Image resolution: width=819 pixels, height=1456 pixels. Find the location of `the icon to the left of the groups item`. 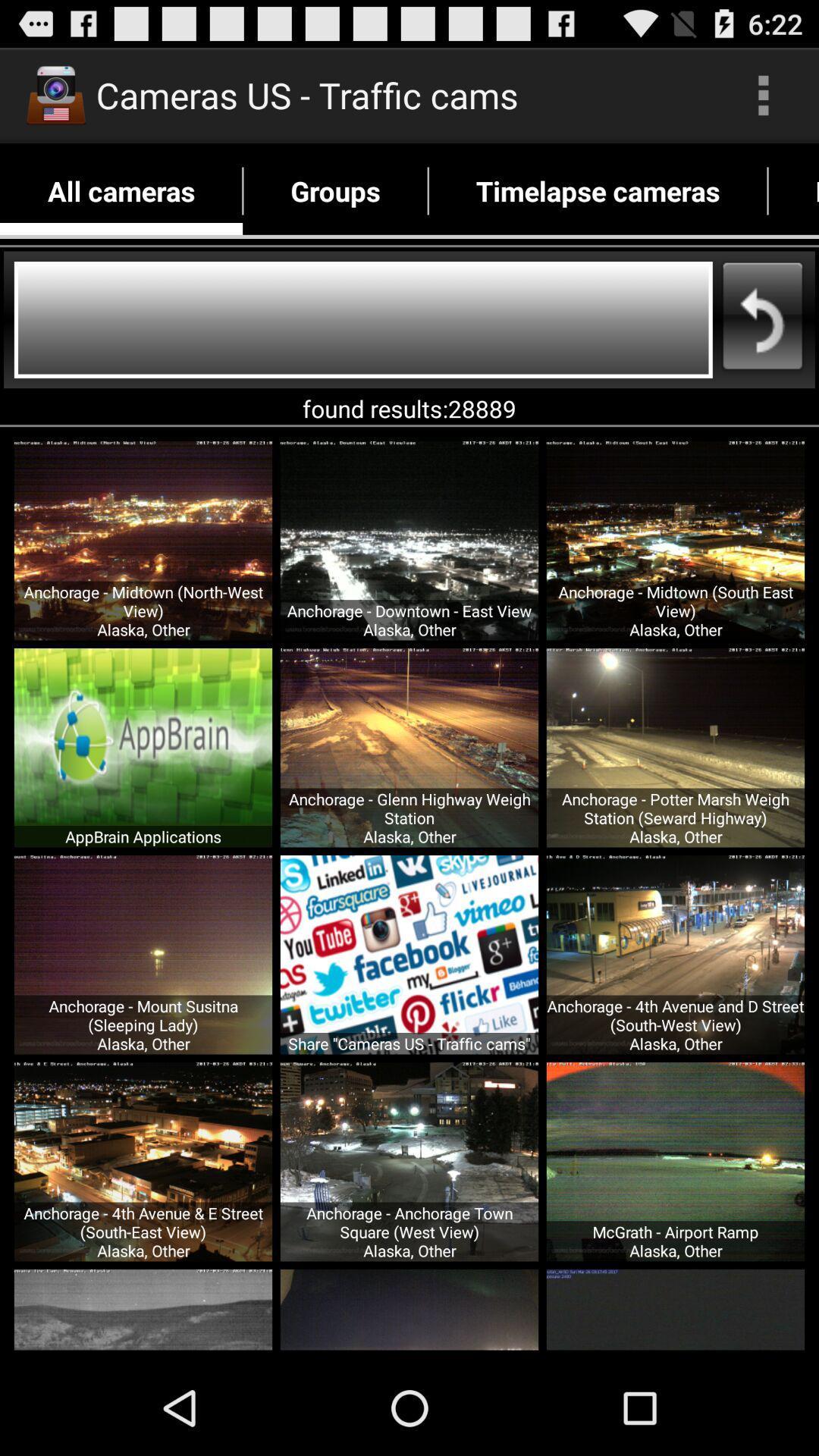

the icon to the left of the groups item is located at coordinates (121, 190).